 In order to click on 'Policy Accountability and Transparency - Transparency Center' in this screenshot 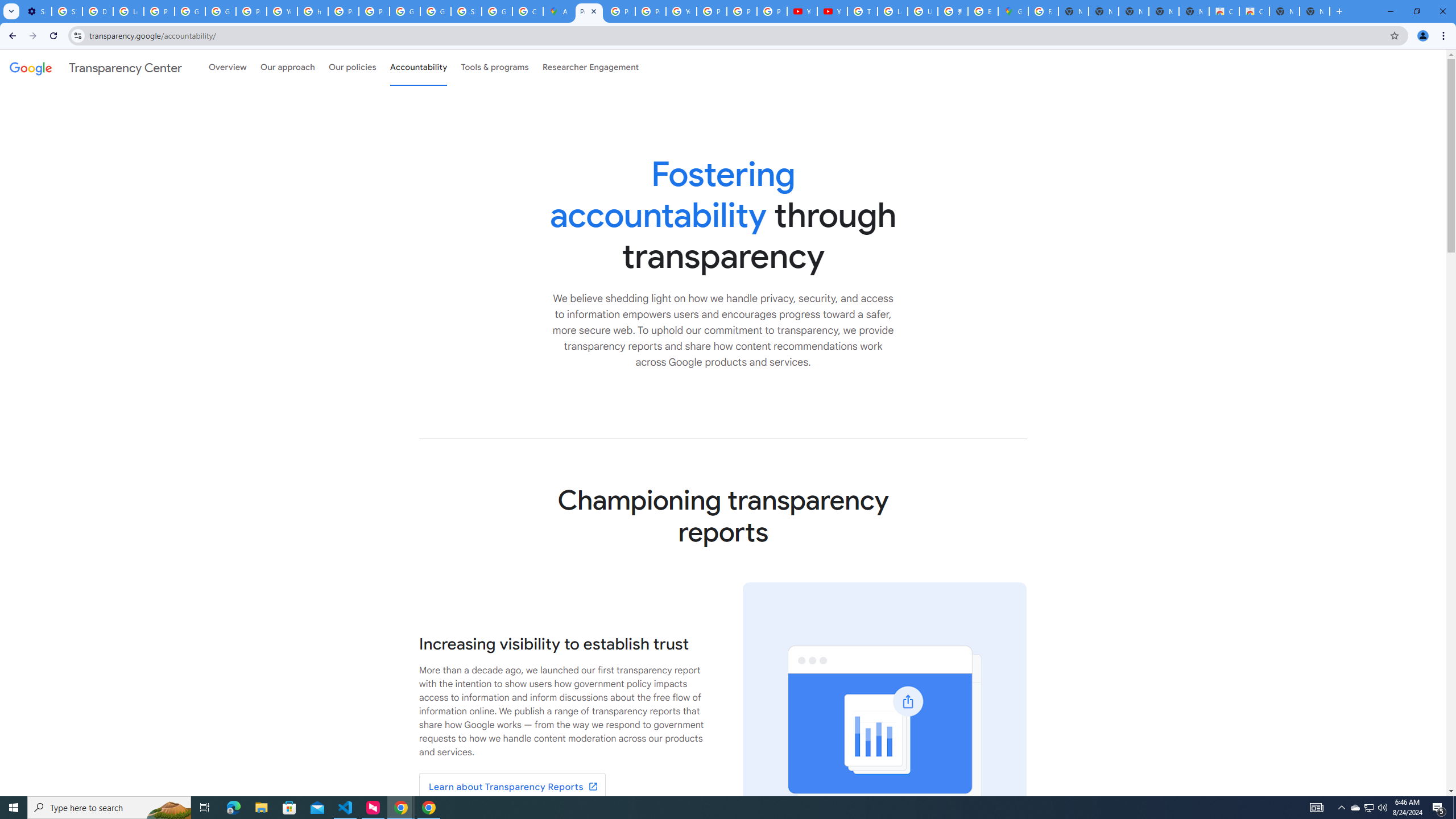, I will do `click(589, 11)`.